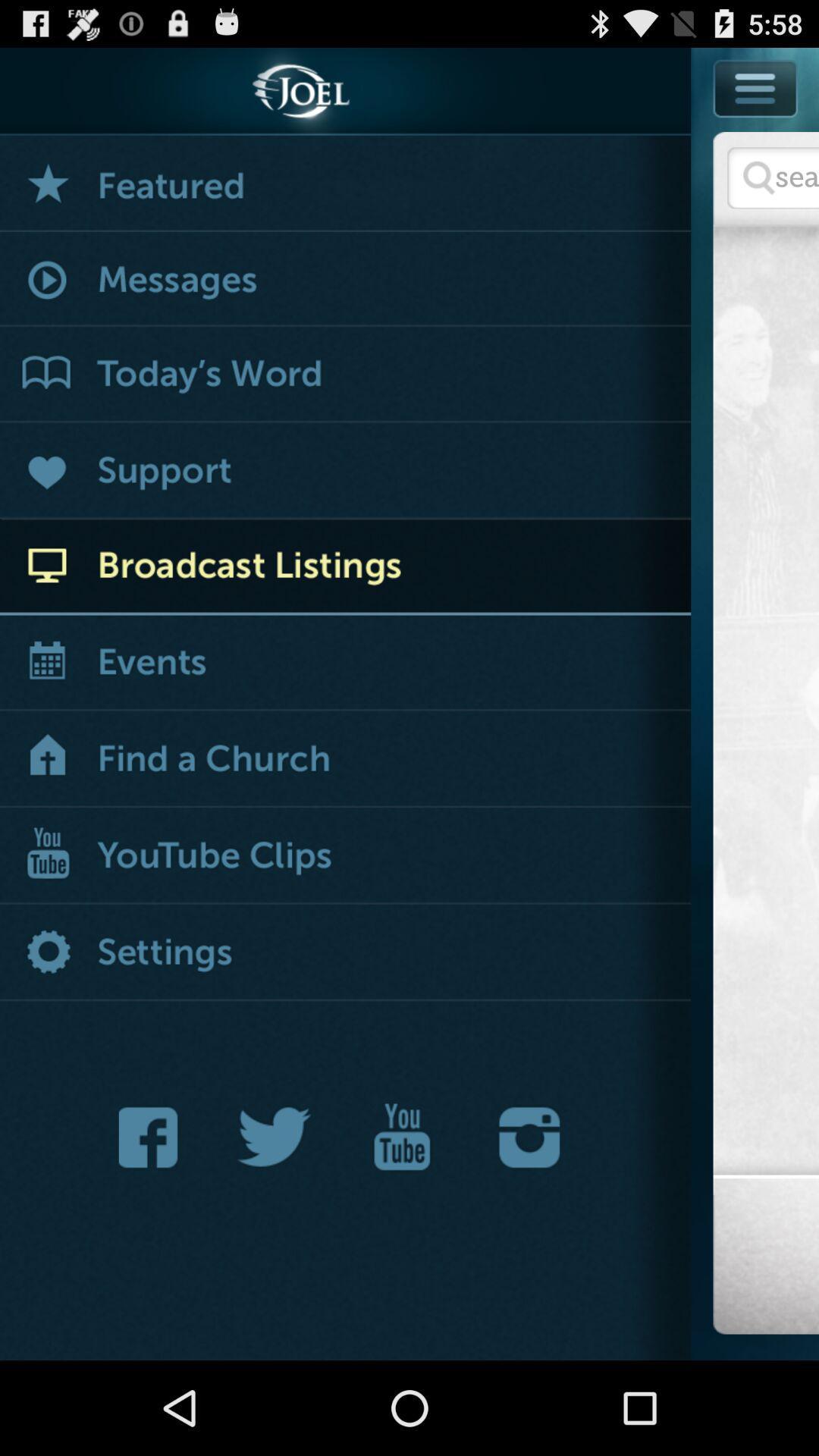 Image resolution: width=819 pixels, height=1456 pixels. Describe the element at coordinates (345, 183) in the screenshot. I see `show featured` at that location.